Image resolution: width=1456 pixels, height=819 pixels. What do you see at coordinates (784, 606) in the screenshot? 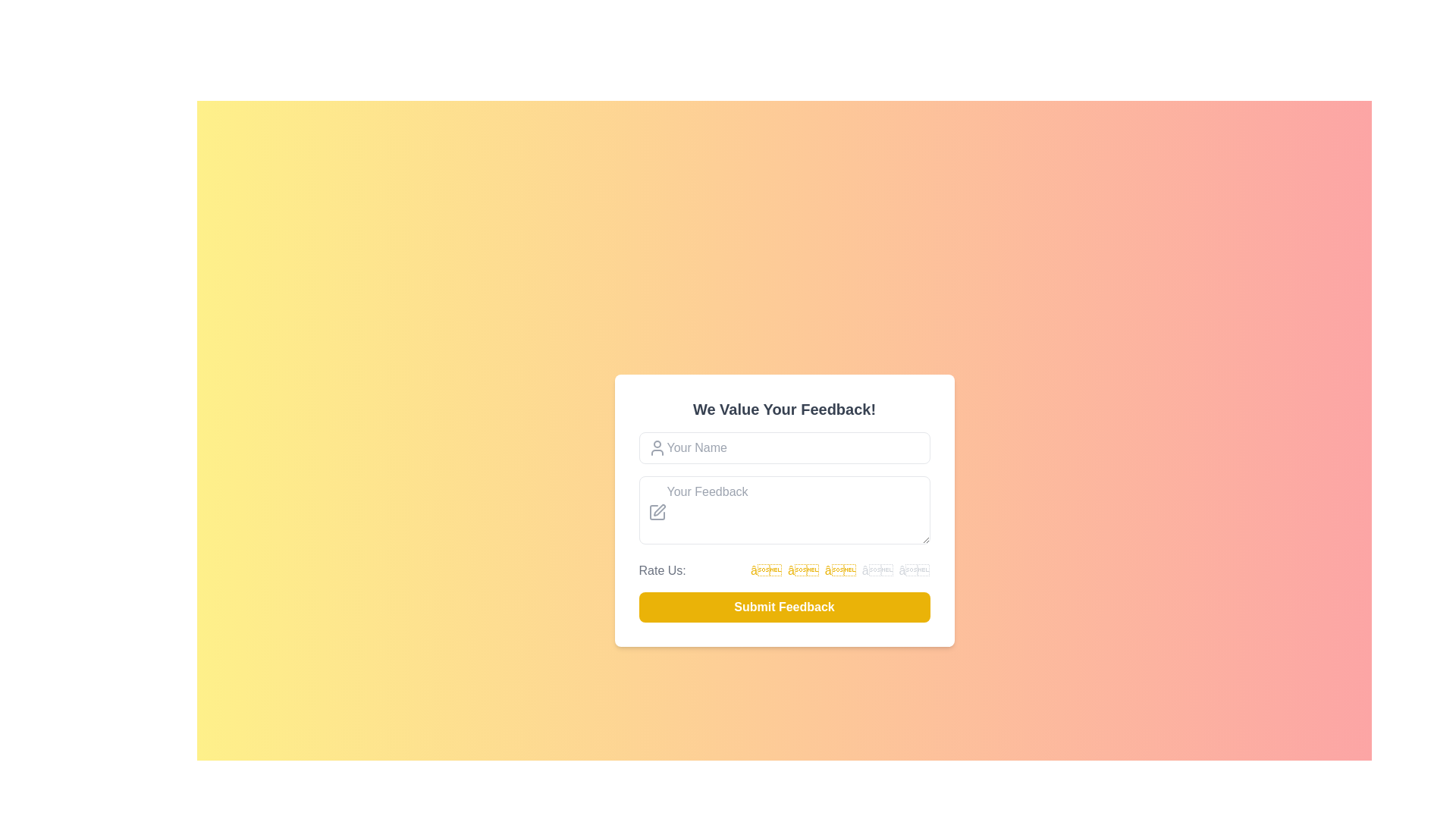
I see `the feedback submission button located at the bottom of the feedback form` at bounding box center [784, 606].